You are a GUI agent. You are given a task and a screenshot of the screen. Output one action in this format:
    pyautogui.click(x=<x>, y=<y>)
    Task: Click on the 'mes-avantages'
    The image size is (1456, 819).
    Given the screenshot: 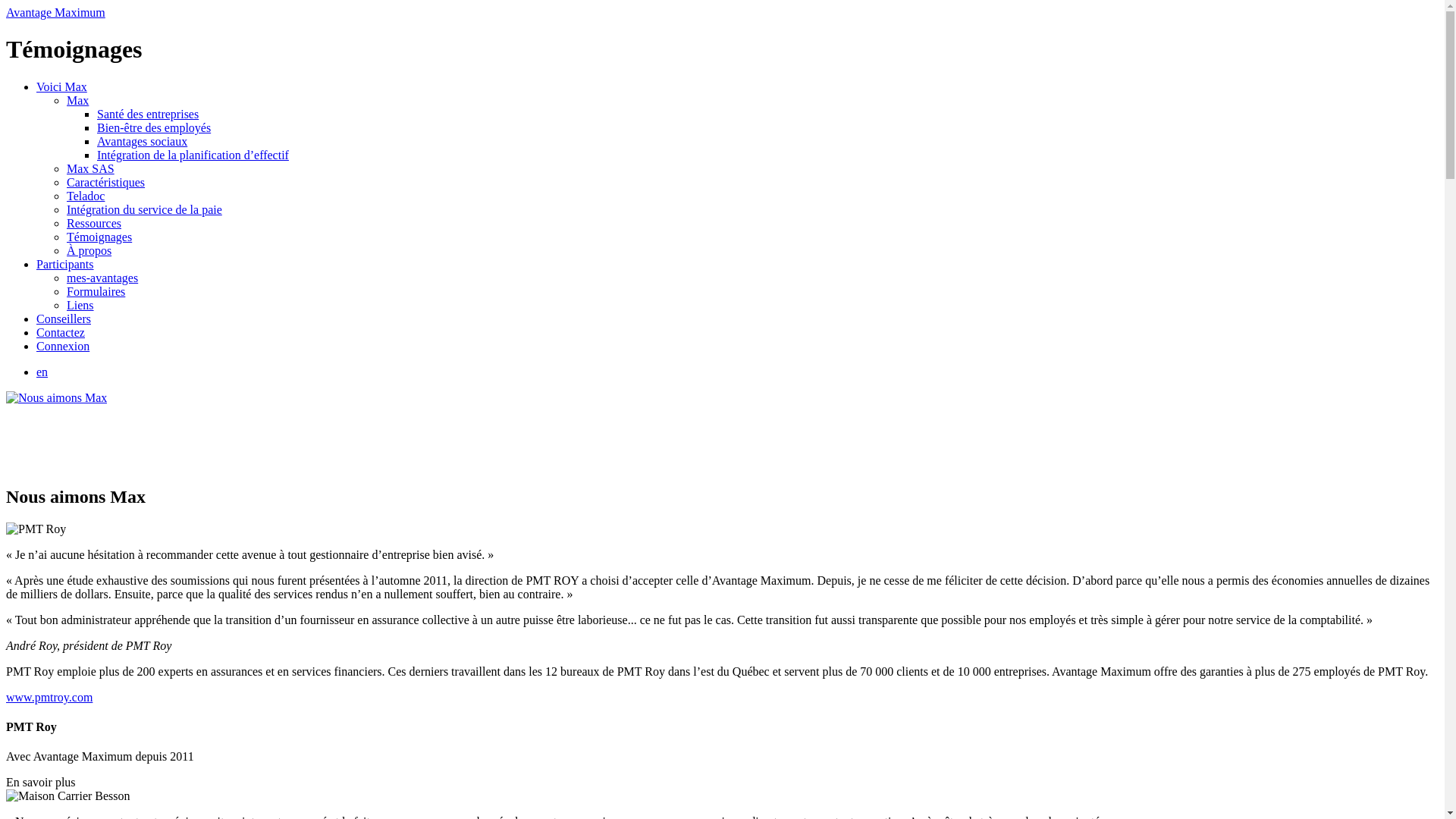 What is the action you would take?
    pyautogui.click(x=101, y=278)
    